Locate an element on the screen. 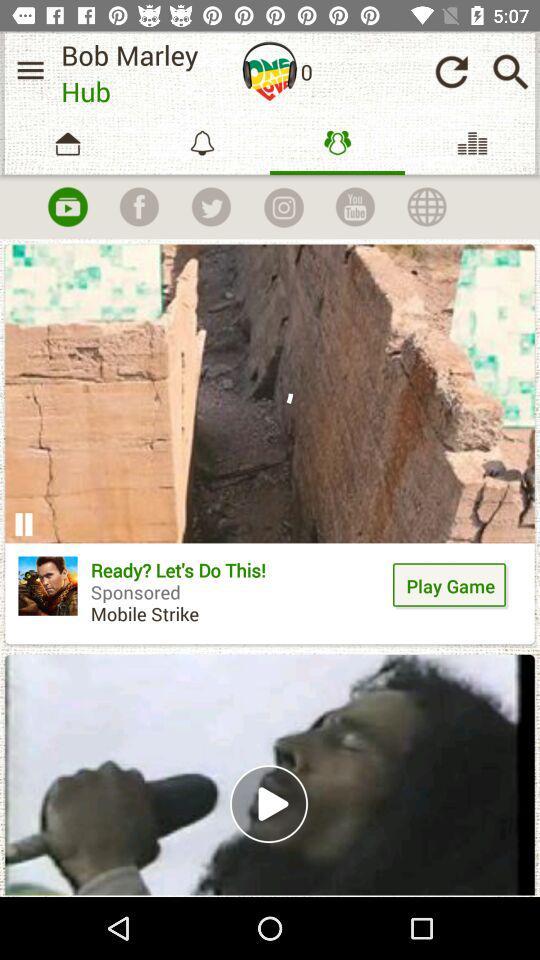 This screenshot has width=540, height=960. the date_range icon is located at coordinates (354, 207).